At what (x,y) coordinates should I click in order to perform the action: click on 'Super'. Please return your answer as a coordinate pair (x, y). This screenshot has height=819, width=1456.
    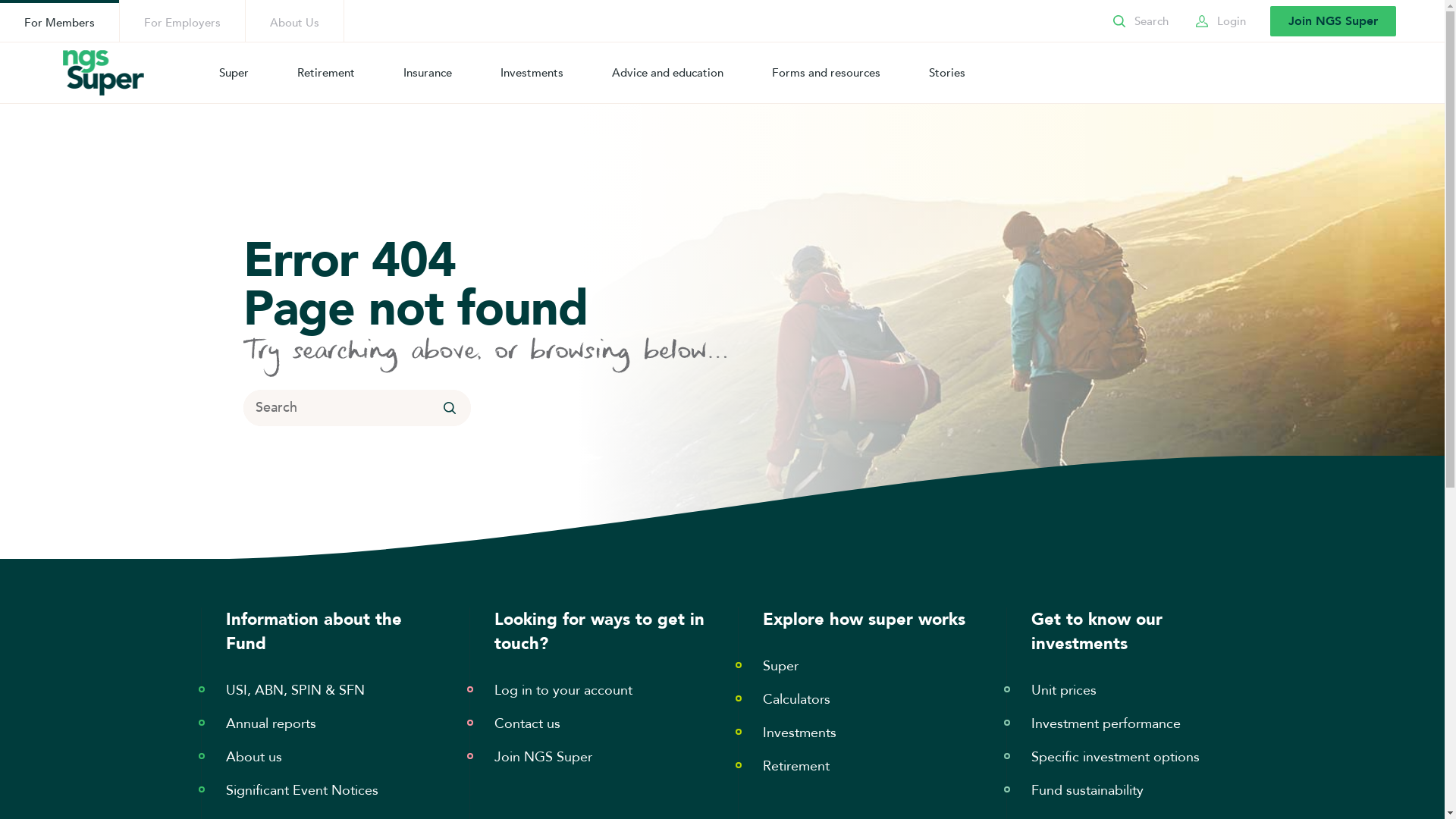
    Looking at the image, I should click on (233, 73).